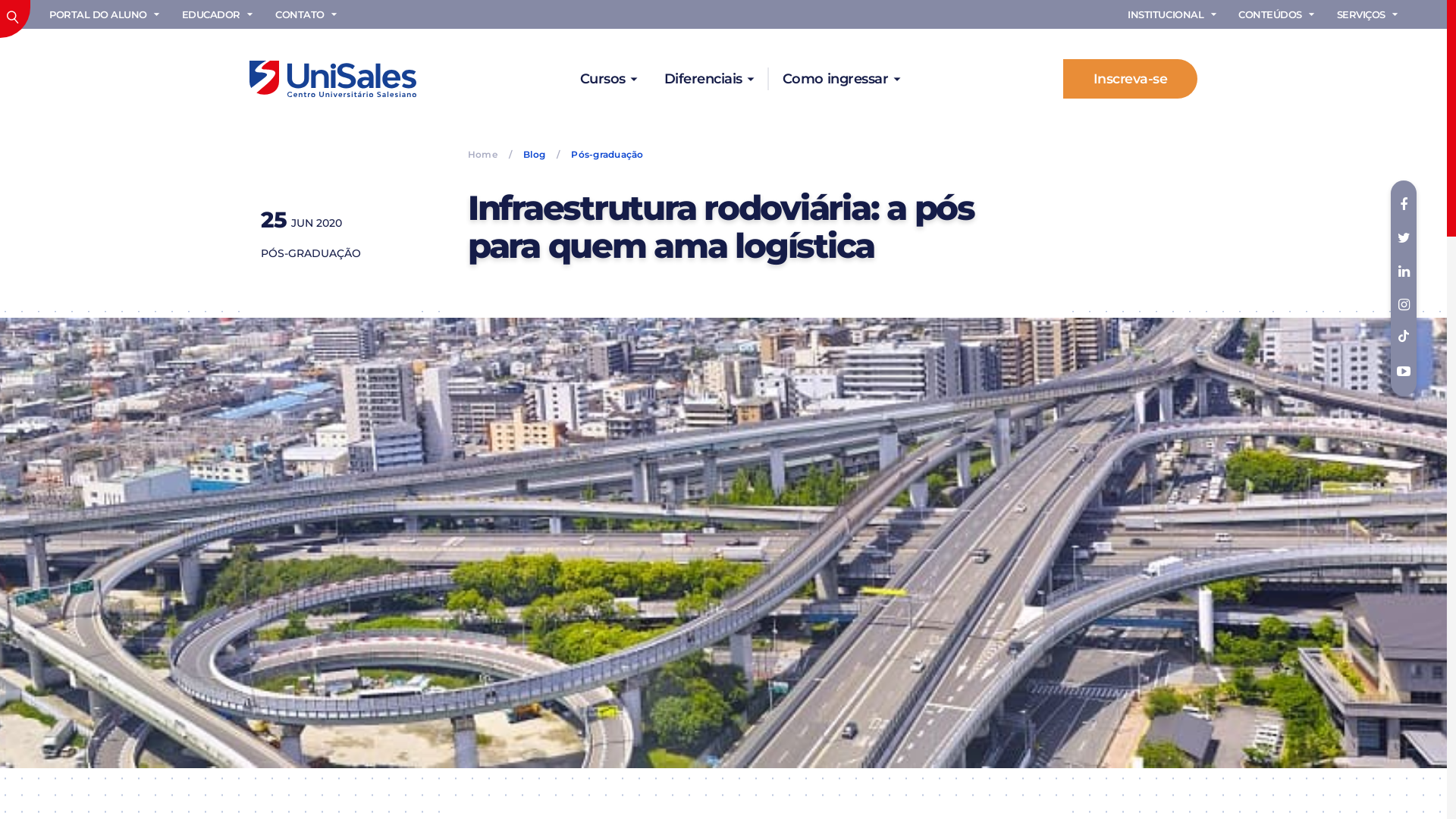  I want to click on 'Facebook', so click(1390, 205).